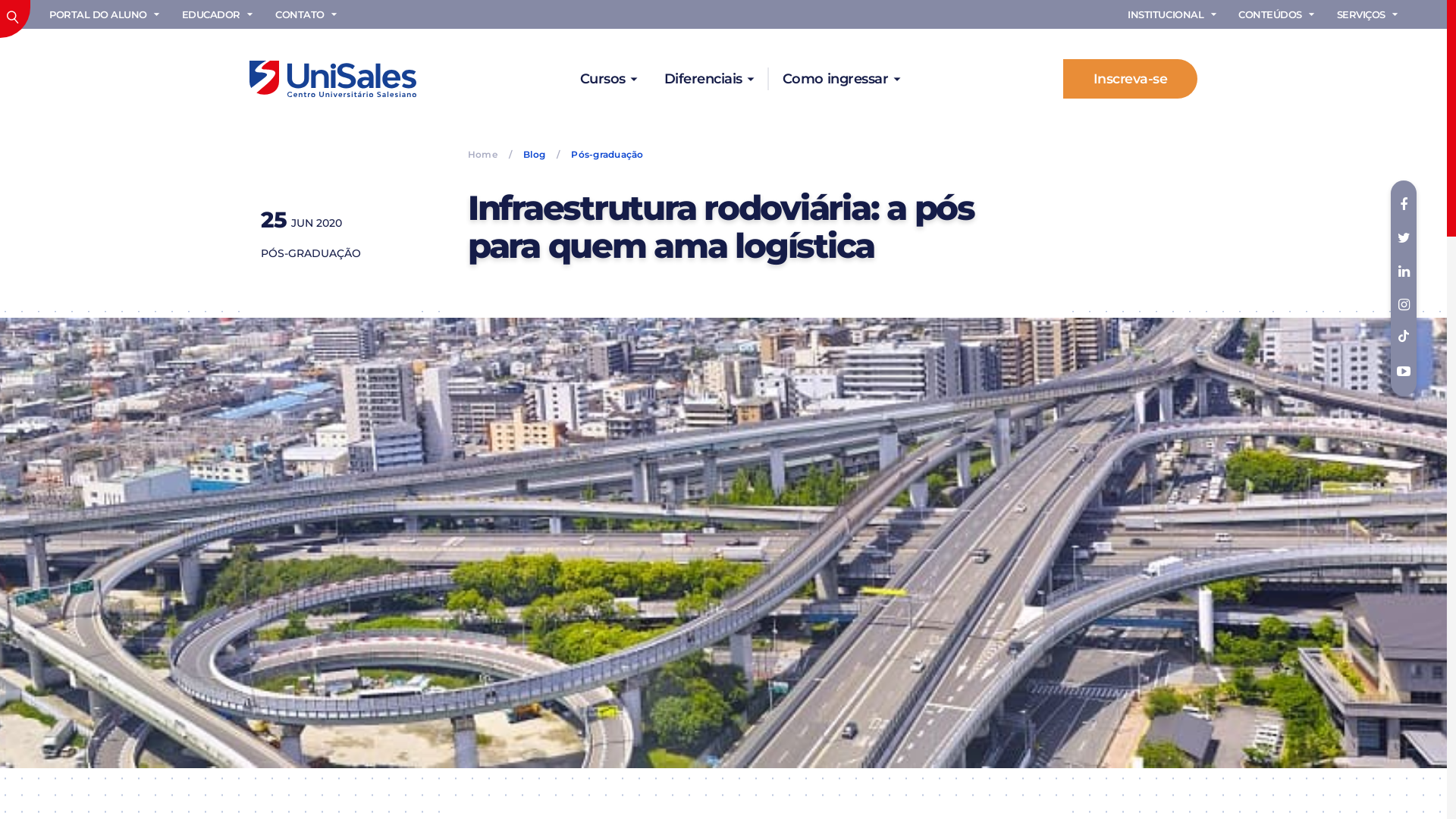  I want to click on 'Facebook', so click(1390, 205).